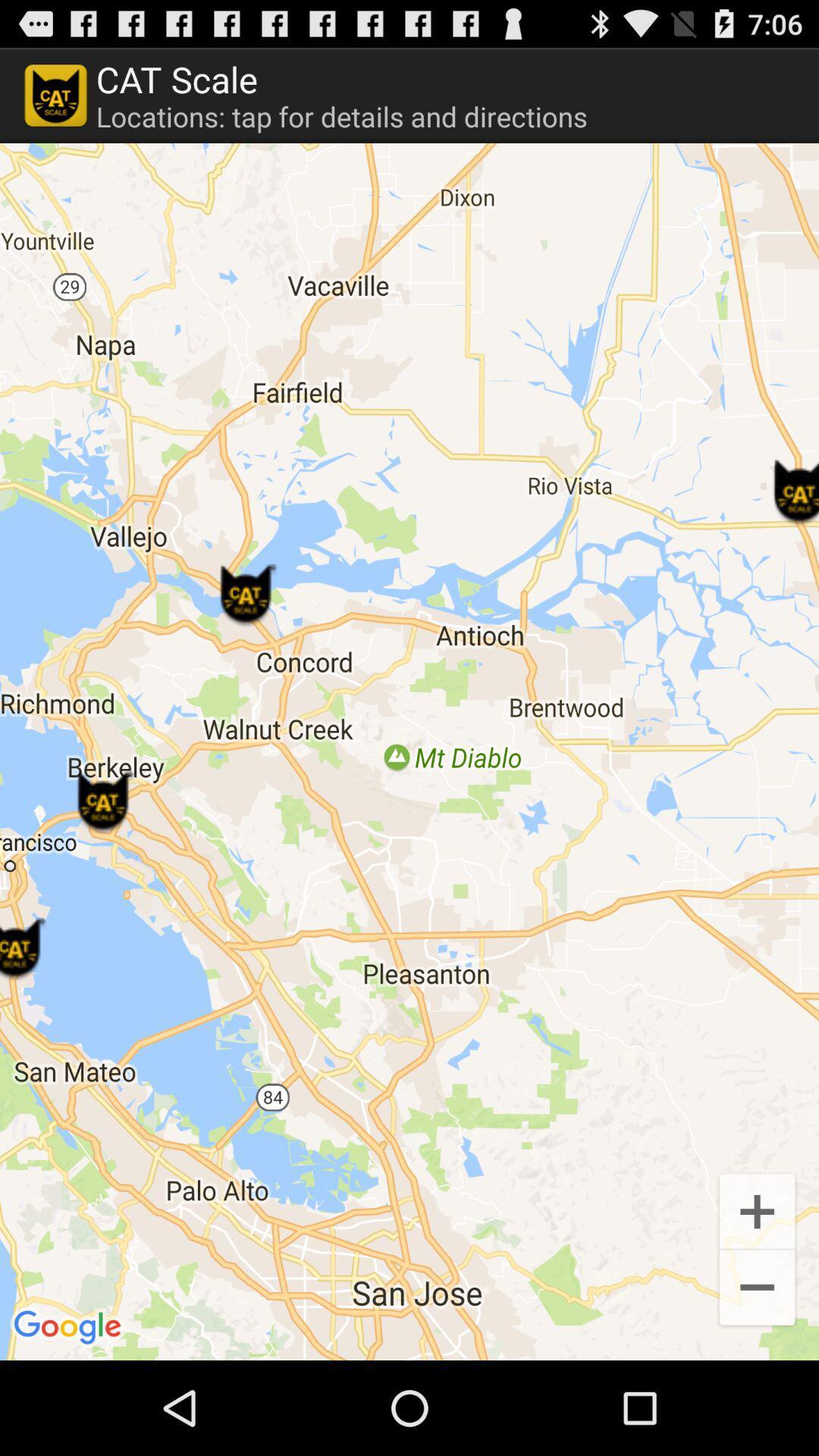  What do you see at coordinates (409, 752) in the screenshot?
I see `the app below the locations tap for icon` at bounding box center [409, 752].